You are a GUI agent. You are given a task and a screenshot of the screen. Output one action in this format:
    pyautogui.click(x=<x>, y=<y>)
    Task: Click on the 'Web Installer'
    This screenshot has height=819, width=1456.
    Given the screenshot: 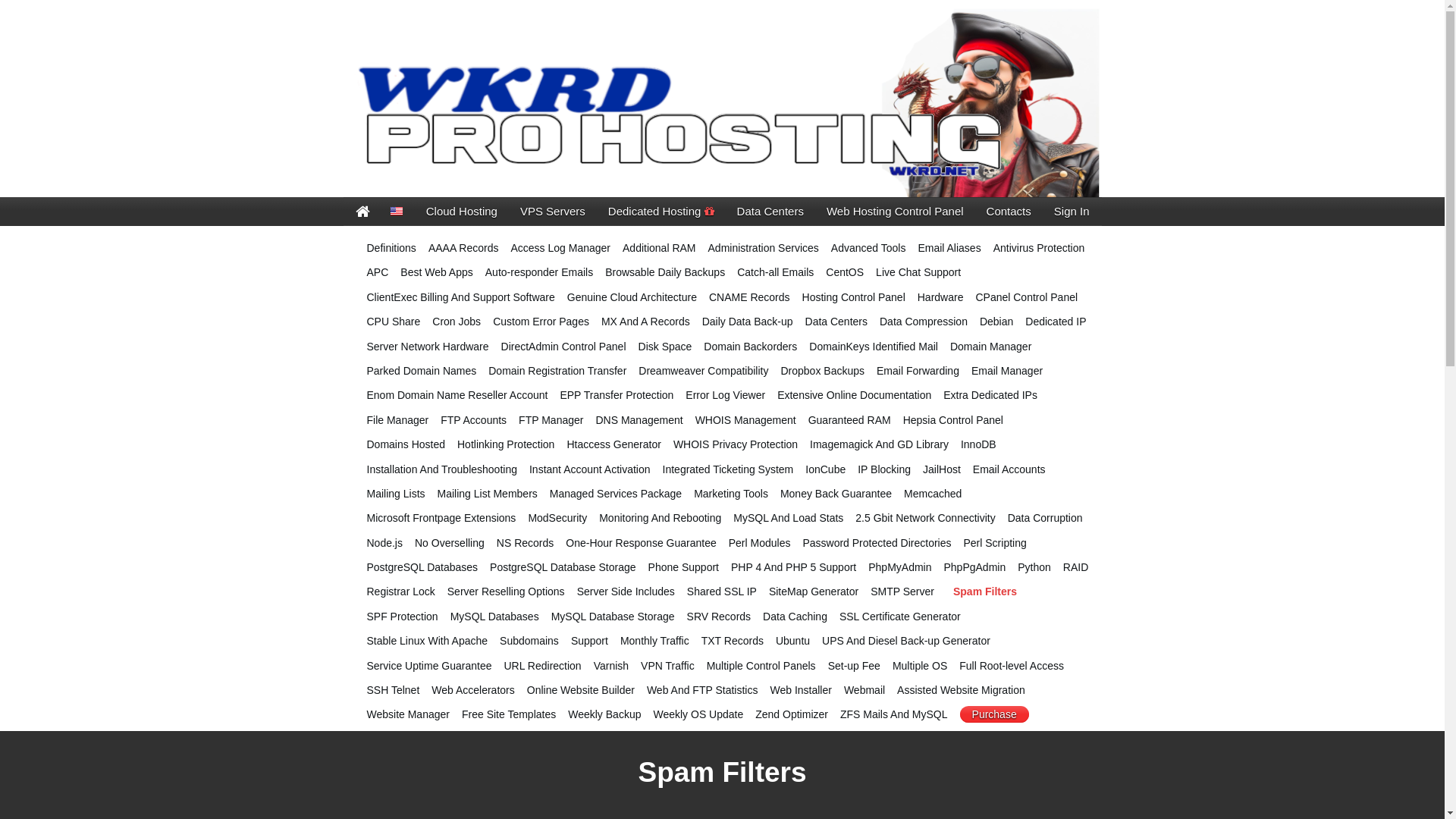 What is the action you would take?
    pyautogui.click(x=799, y=690)
    